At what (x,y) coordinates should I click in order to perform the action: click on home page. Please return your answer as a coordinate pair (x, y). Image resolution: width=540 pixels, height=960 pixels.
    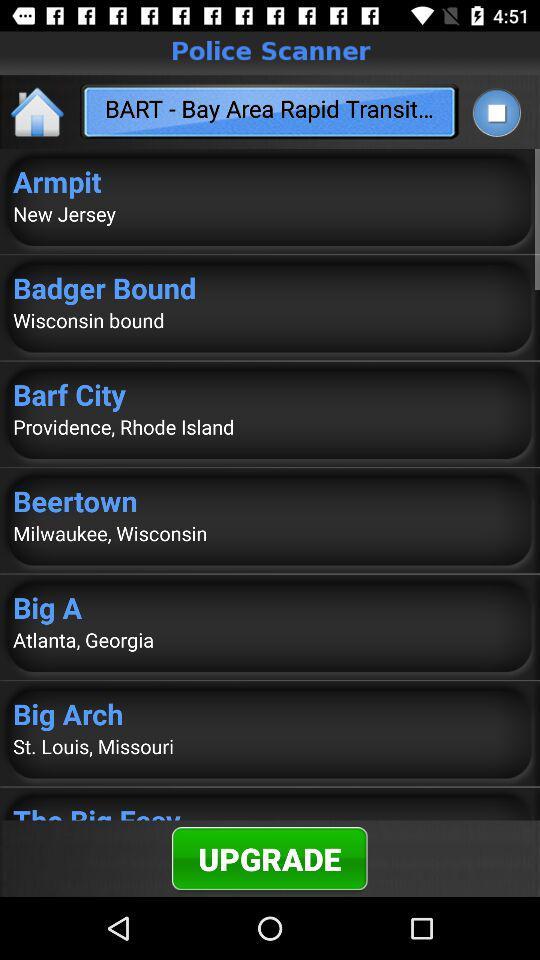
    Looking at the image, I should click on (38, 111).